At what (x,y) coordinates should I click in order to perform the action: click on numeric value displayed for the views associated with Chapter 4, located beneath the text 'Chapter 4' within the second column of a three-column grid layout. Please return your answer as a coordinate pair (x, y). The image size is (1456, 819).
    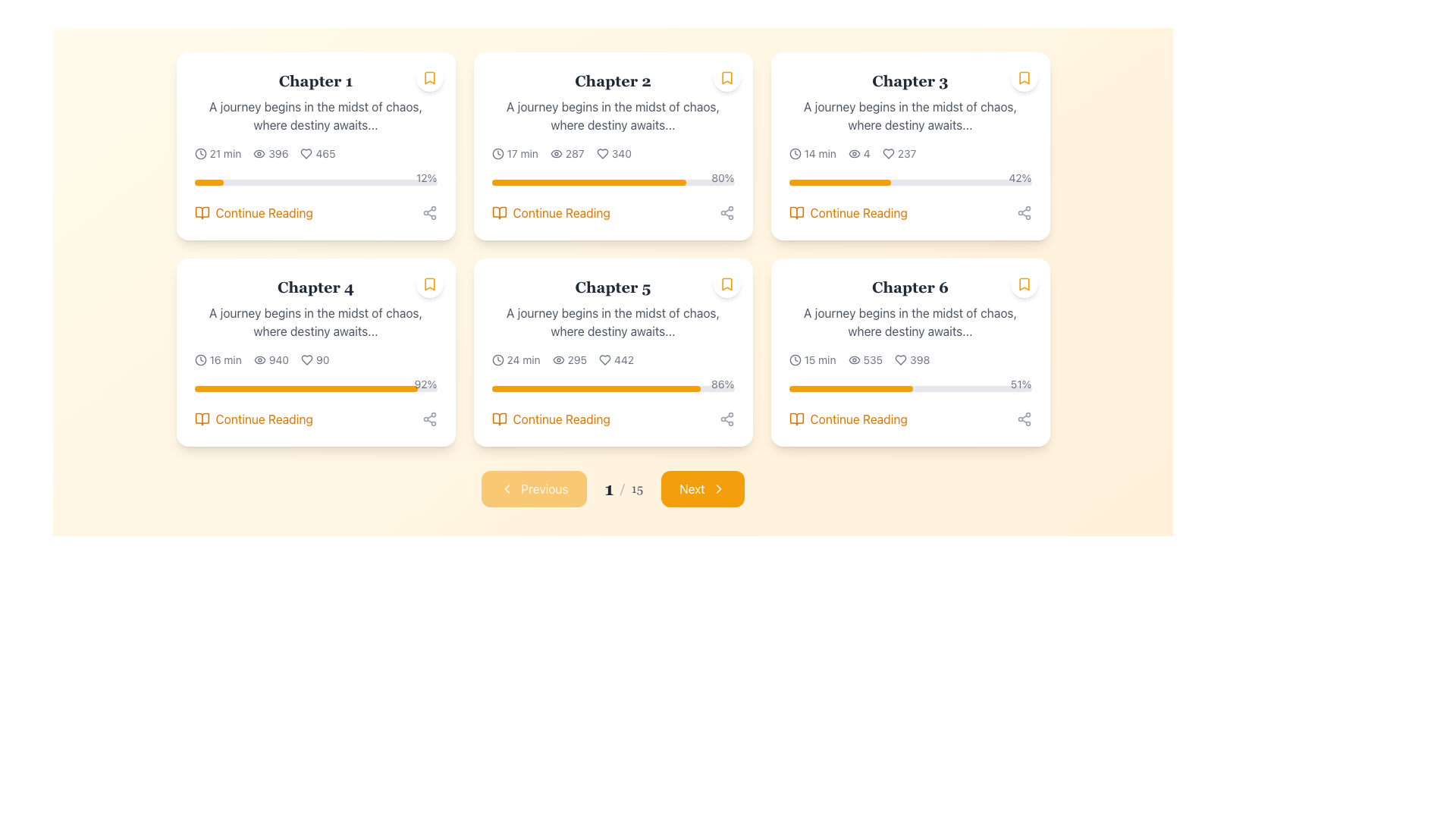
    Looking at the image, I should click on (271, 359).